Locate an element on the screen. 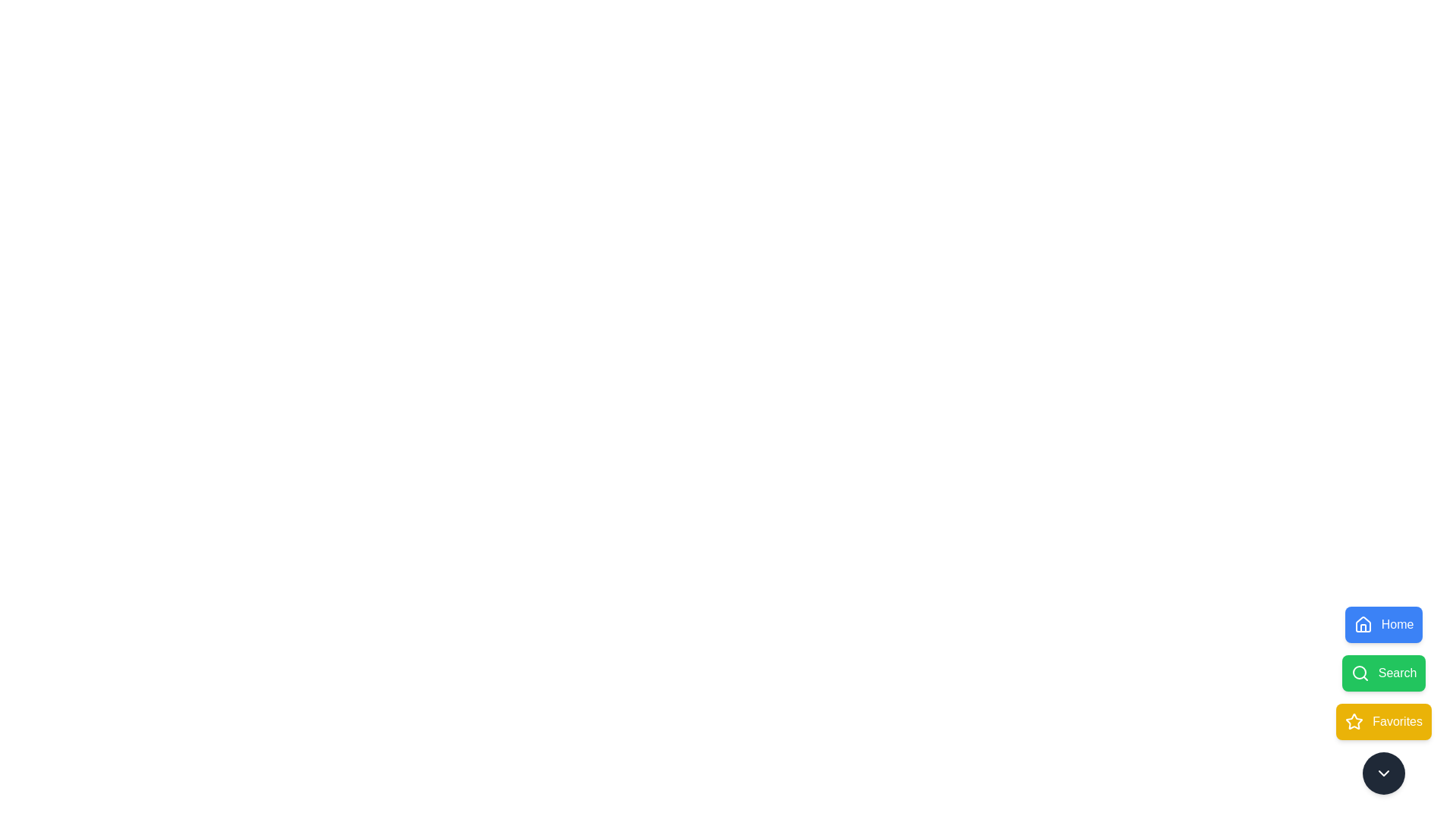  the Search button to observe its animation is located at coordinates (1383, 672).